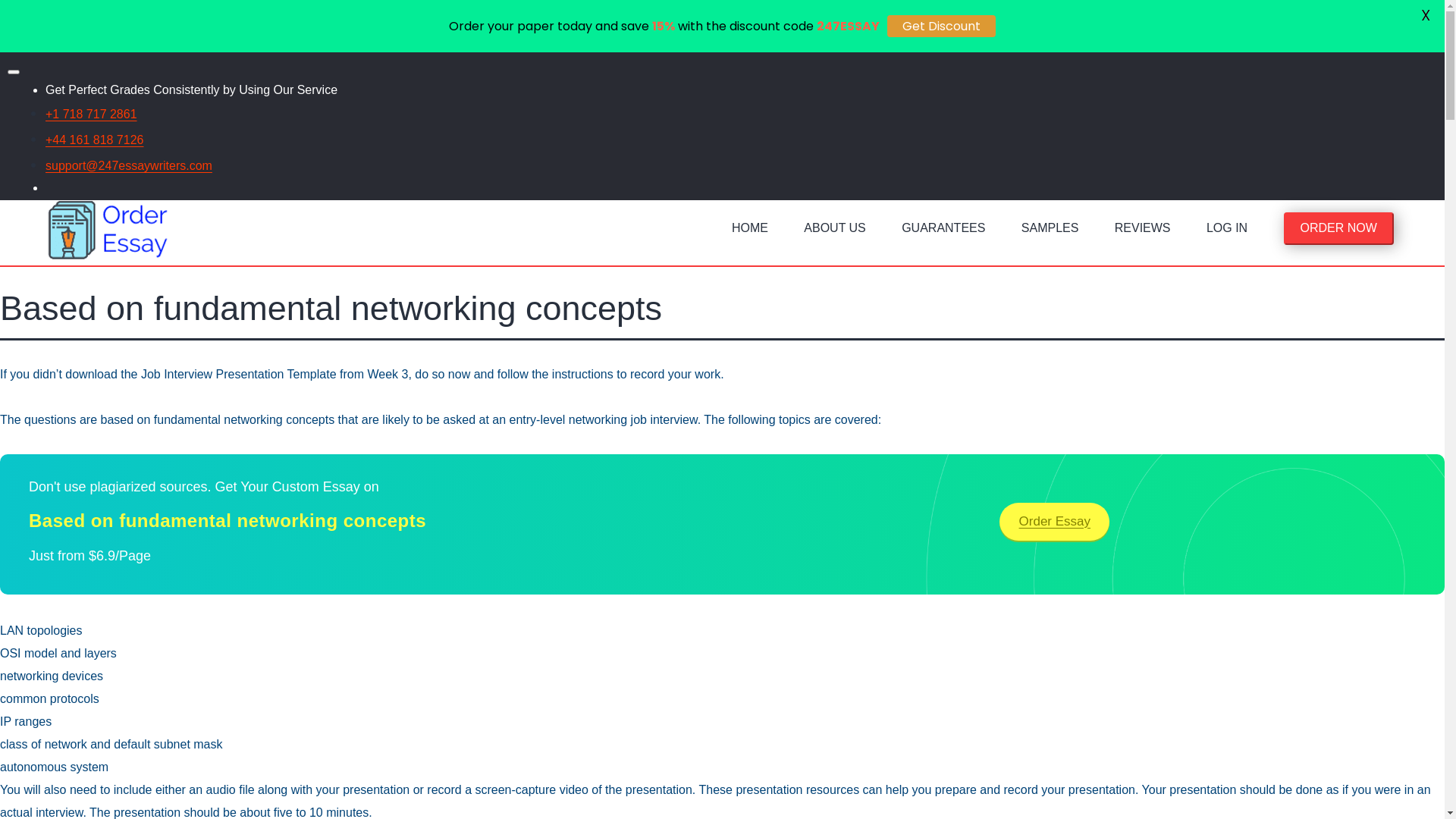 The height and width of the screenshot is (819, 1456). What do you see at coordinates (1050, 232) in the screenshot?
I see `'SAMPLES'` at bounding box center [1050, 232].